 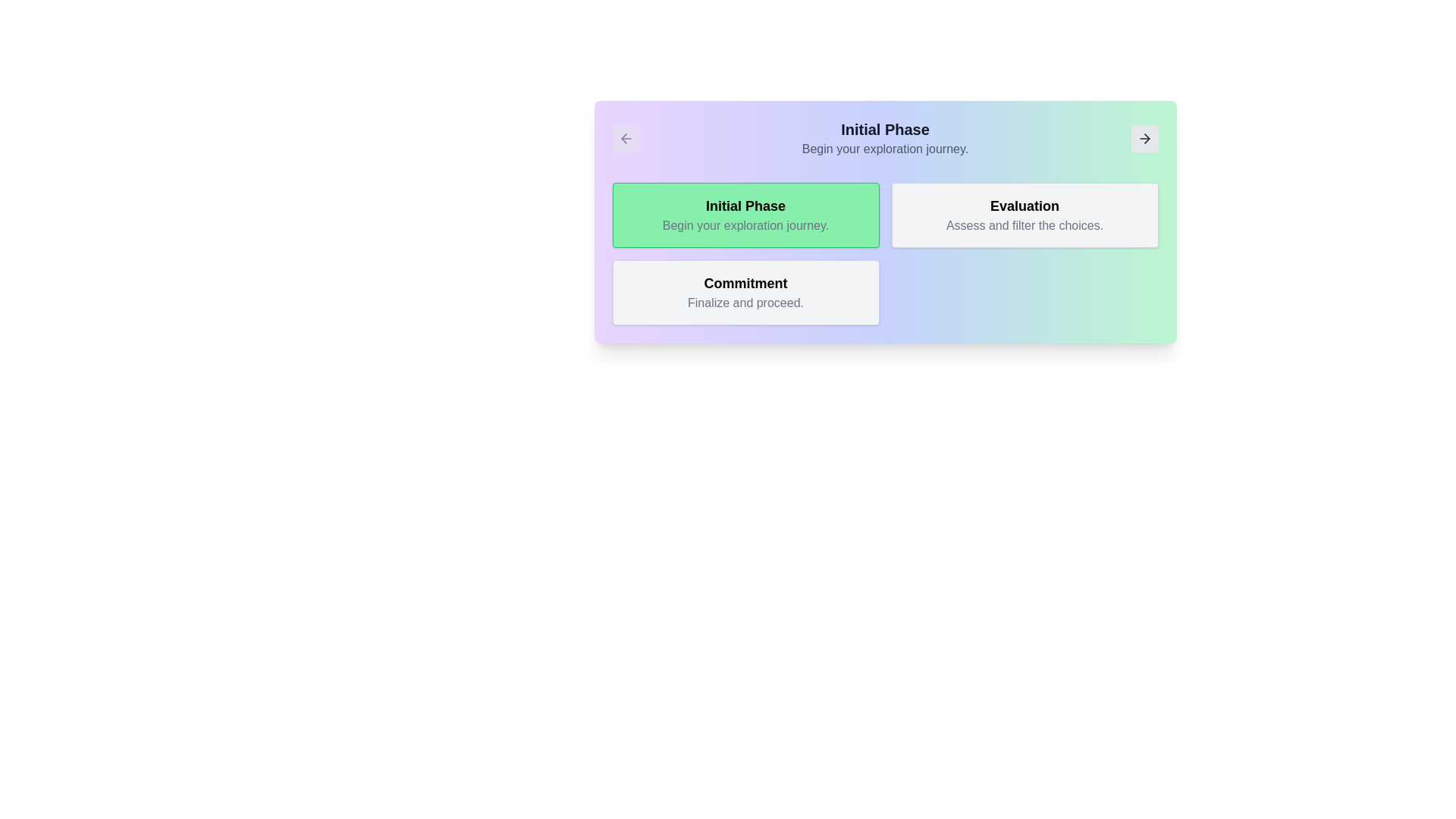 What do you see at coordinates (1147, 138) in the screenshot?
I see `the forward arrow icon located in the top-right corner of the interface, which indicates a proceed action` at bounding box center [1147, 138].